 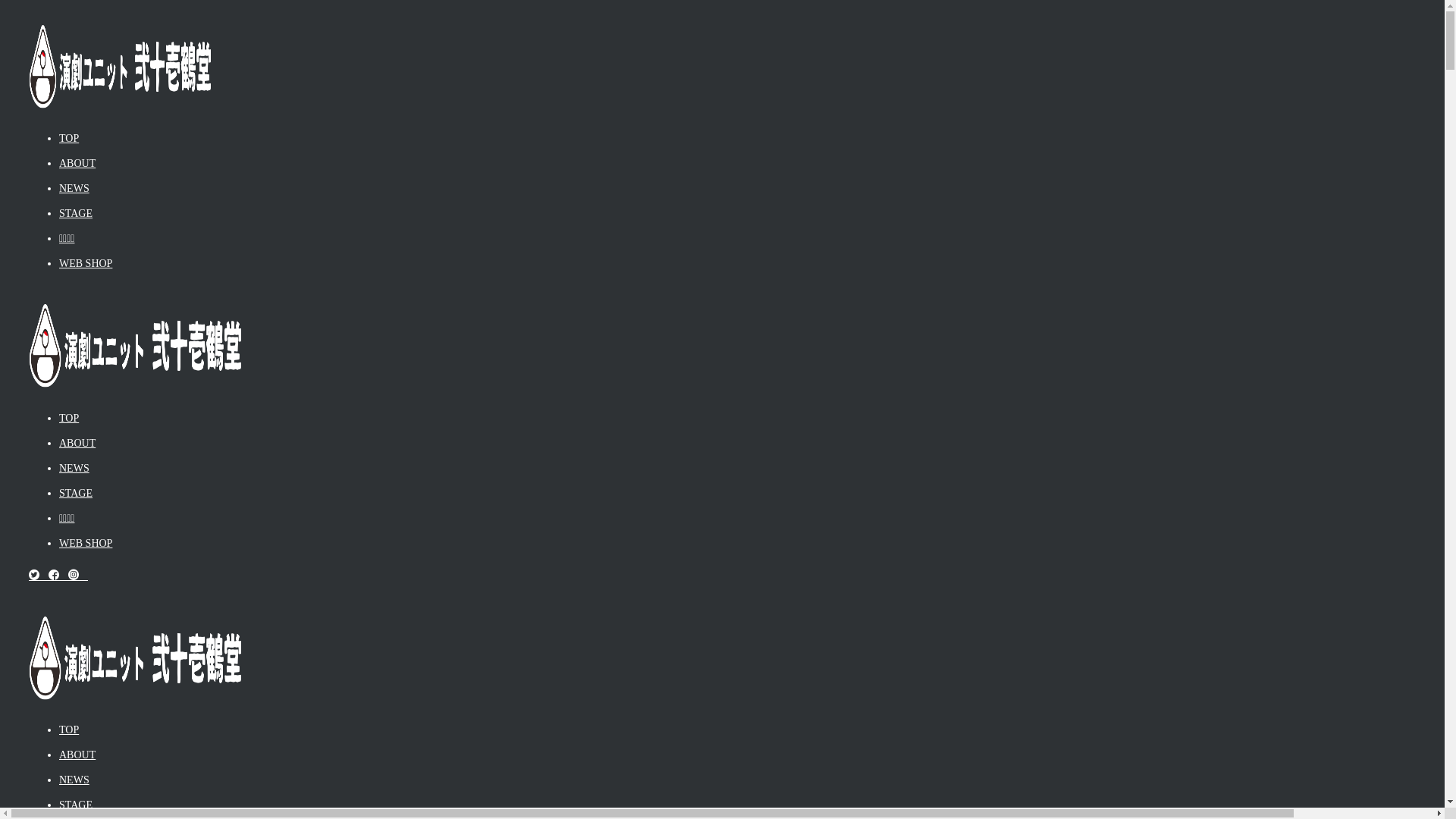 I want to click on 'NEWS', so click(x=73, y=780).